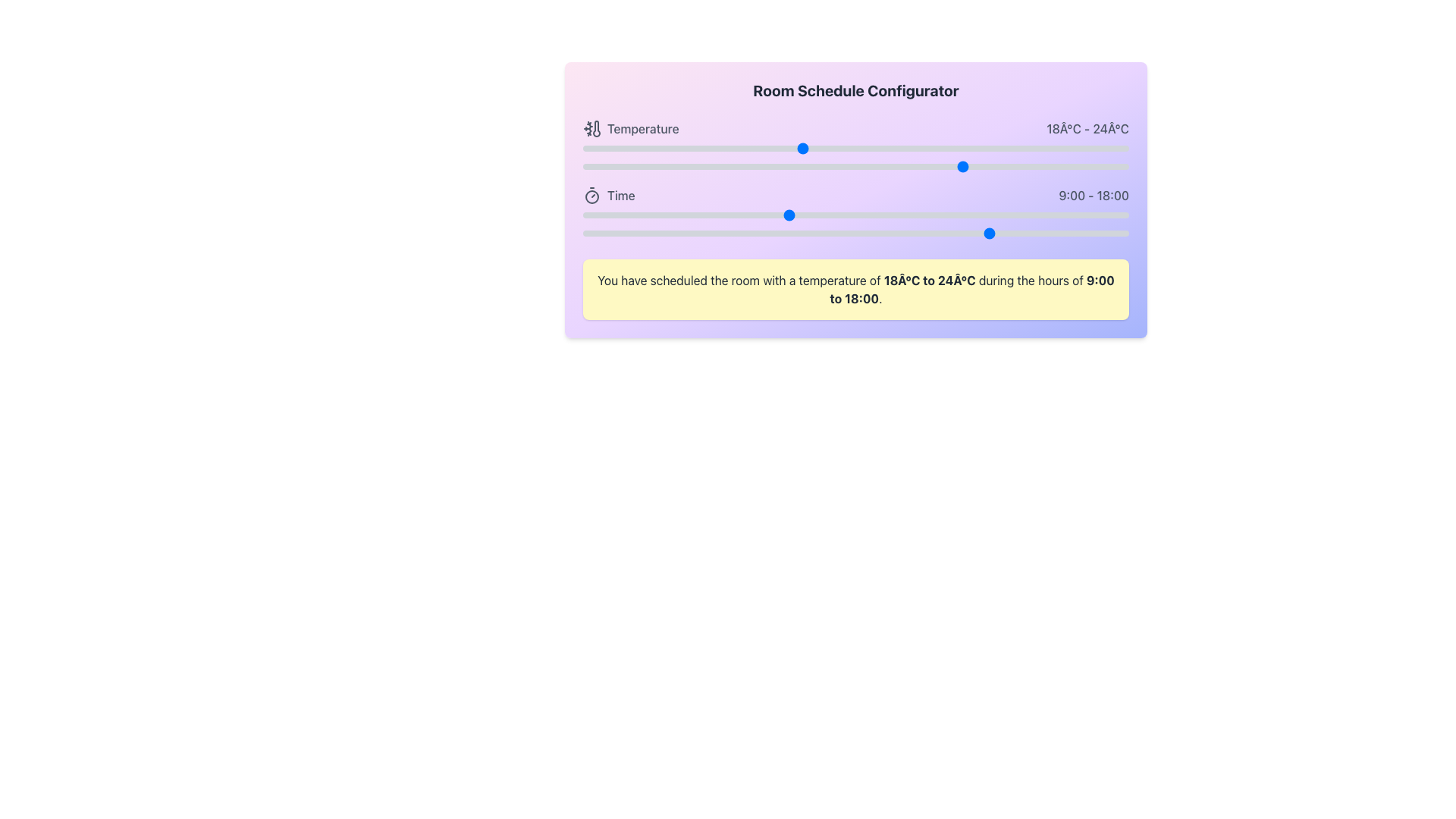 This screenshot has height=819, width=1456. What do you see at coordinates (878, 234) in the screenshot?
I see `the time` at bounding box center [878, 234].